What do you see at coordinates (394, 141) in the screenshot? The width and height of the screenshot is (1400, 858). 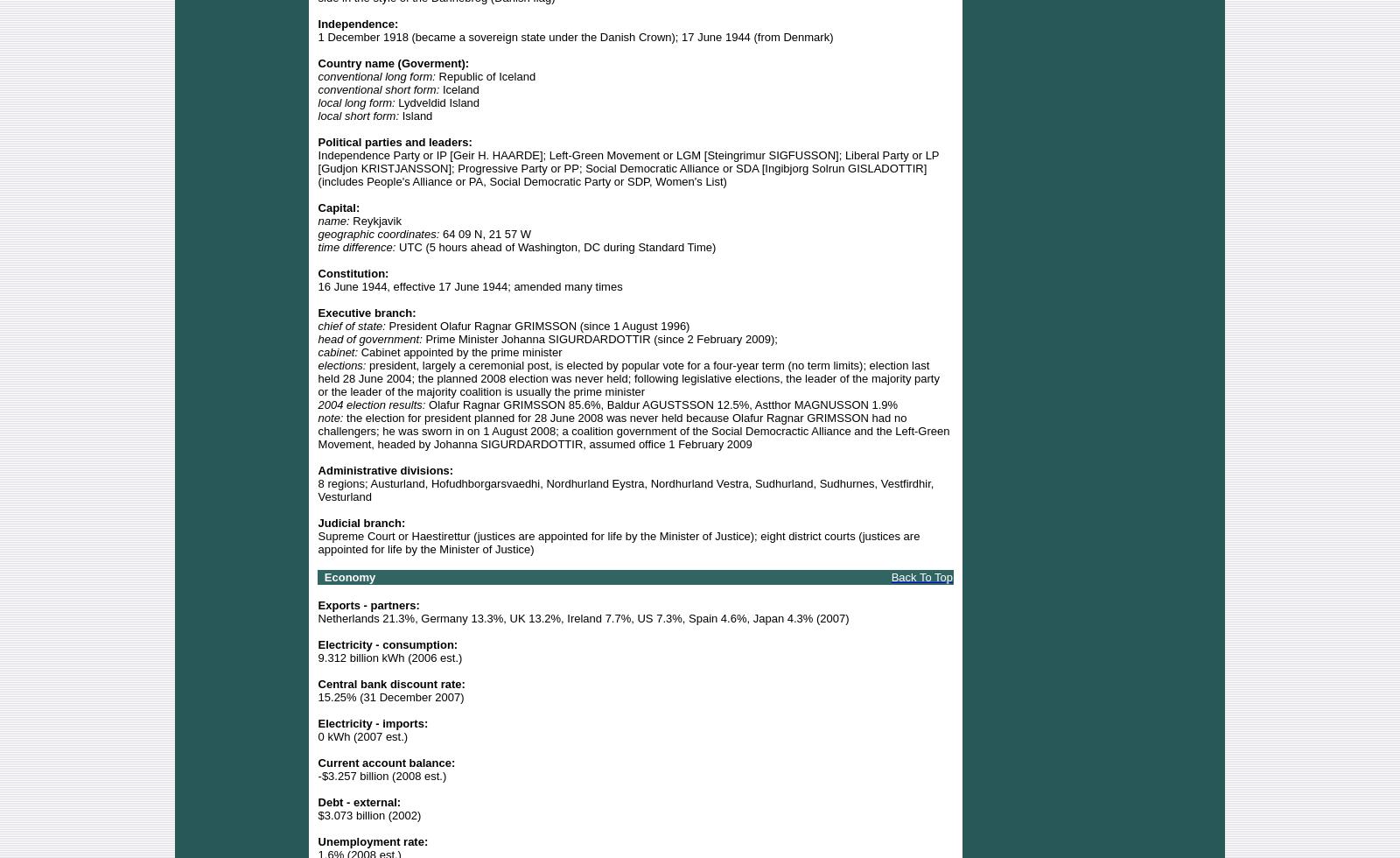 I see `'Political parties and leaders:'` at bounding box center [394, 141].